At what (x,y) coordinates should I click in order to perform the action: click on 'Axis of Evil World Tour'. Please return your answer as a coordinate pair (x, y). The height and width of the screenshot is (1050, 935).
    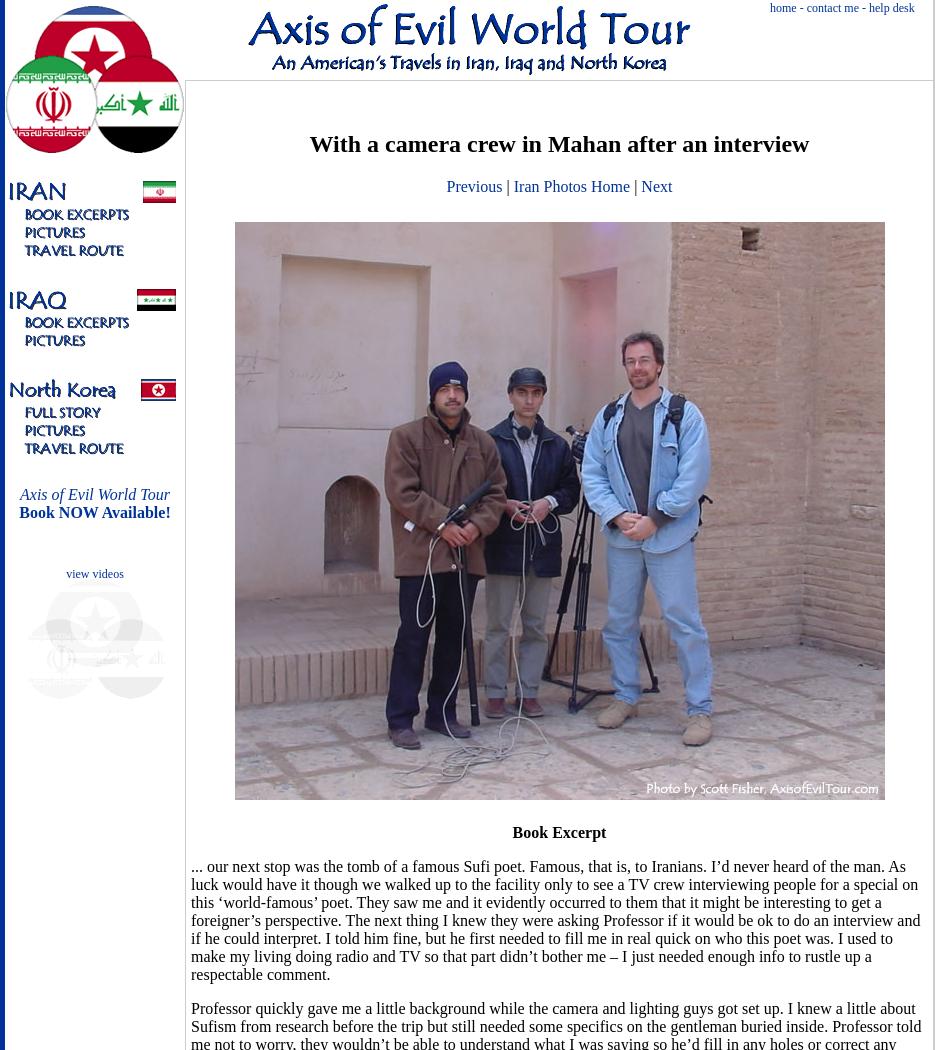
    Looking at the image, I should click on (19, 493).